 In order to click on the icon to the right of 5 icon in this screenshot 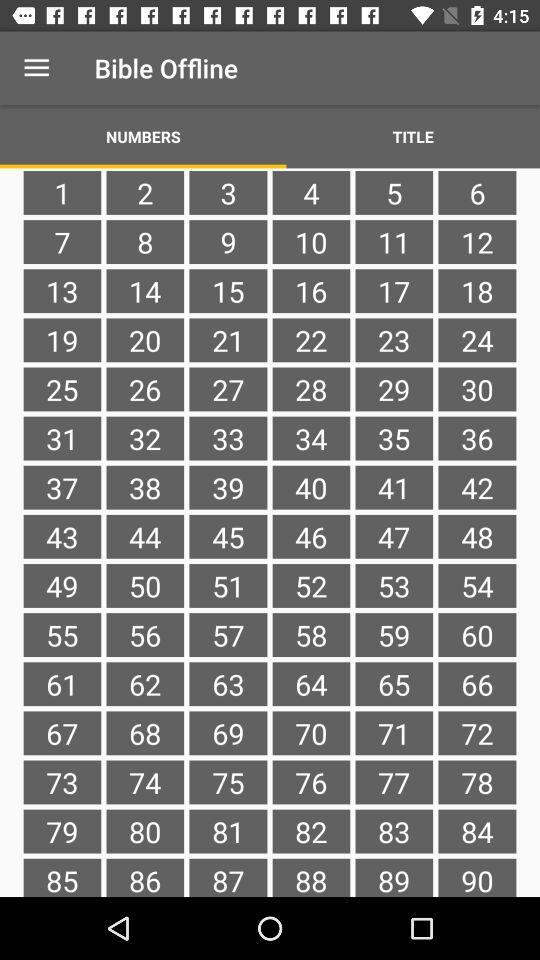, I will do `click(476, 241)`.